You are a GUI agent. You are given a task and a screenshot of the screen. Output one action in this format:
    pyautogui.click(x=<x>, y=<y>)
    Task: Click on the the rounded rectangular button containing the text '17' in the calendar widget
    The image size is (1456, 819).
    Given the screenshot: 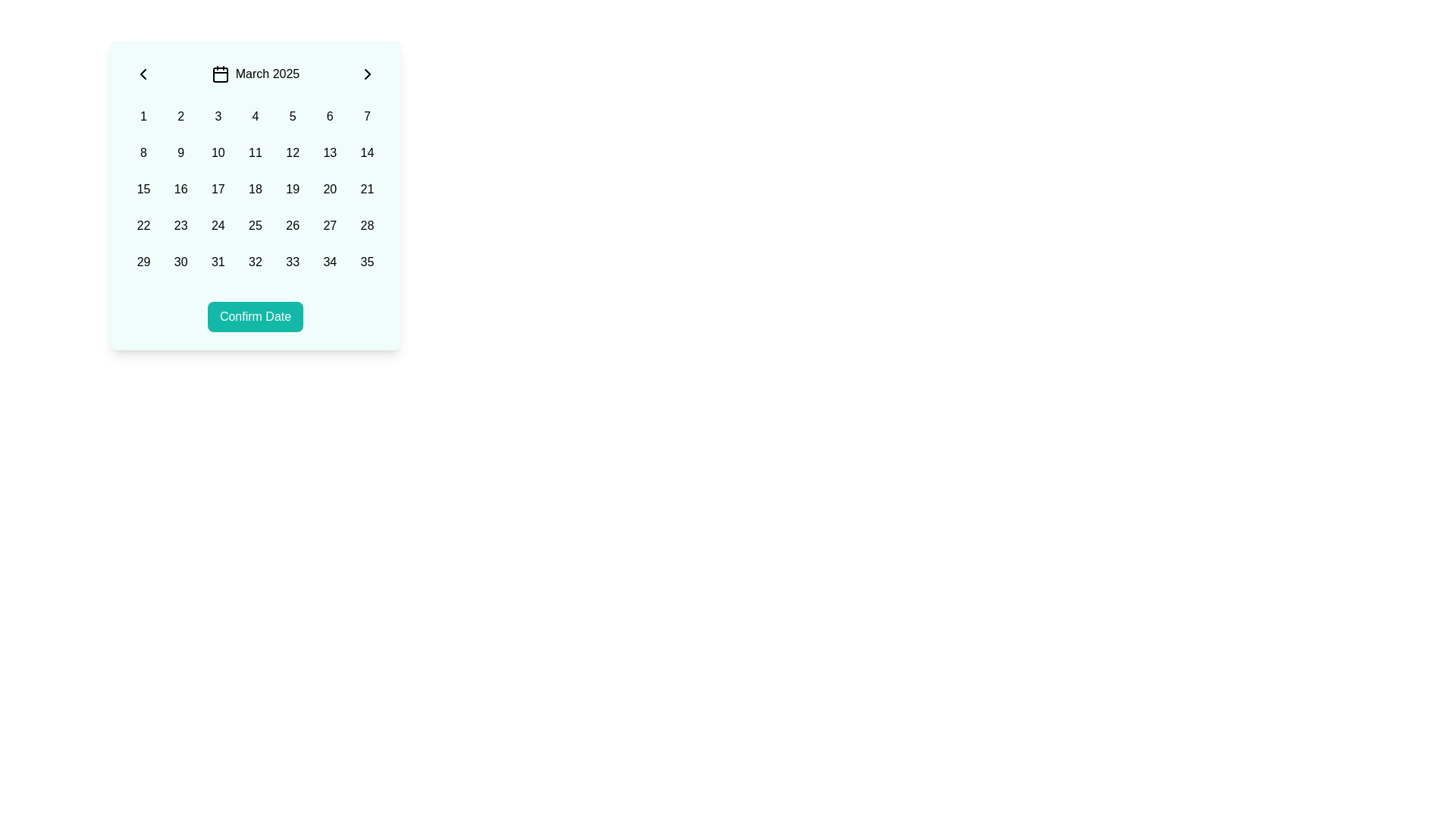 What is the action you would take?
    pyautogui.click(x=217, y=189)
    